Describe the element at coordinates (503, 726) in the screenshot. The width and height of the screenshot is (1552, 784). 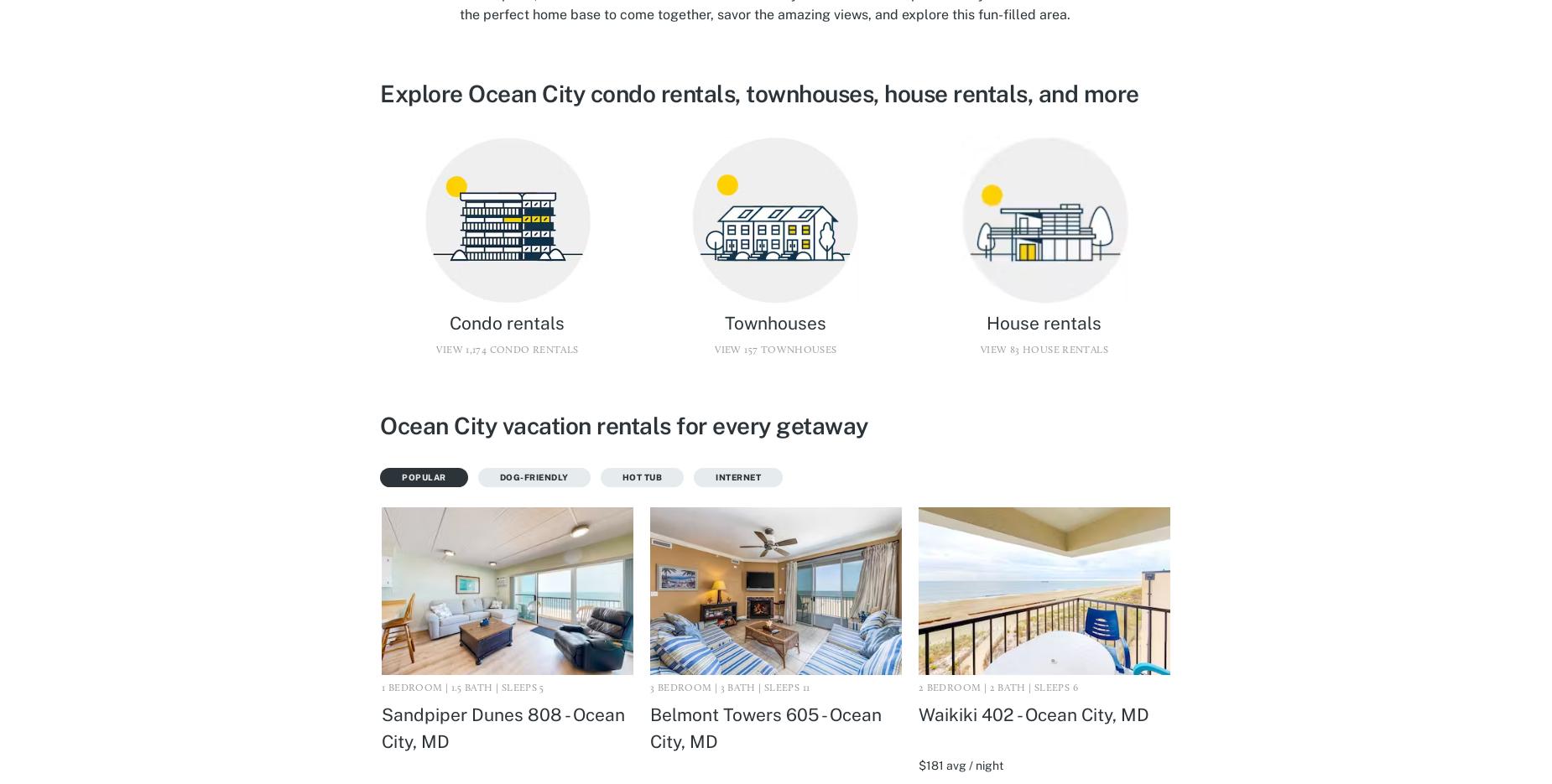
I see `'Sandpiper Dunes 808 - Ocean City, MD'` at that location.